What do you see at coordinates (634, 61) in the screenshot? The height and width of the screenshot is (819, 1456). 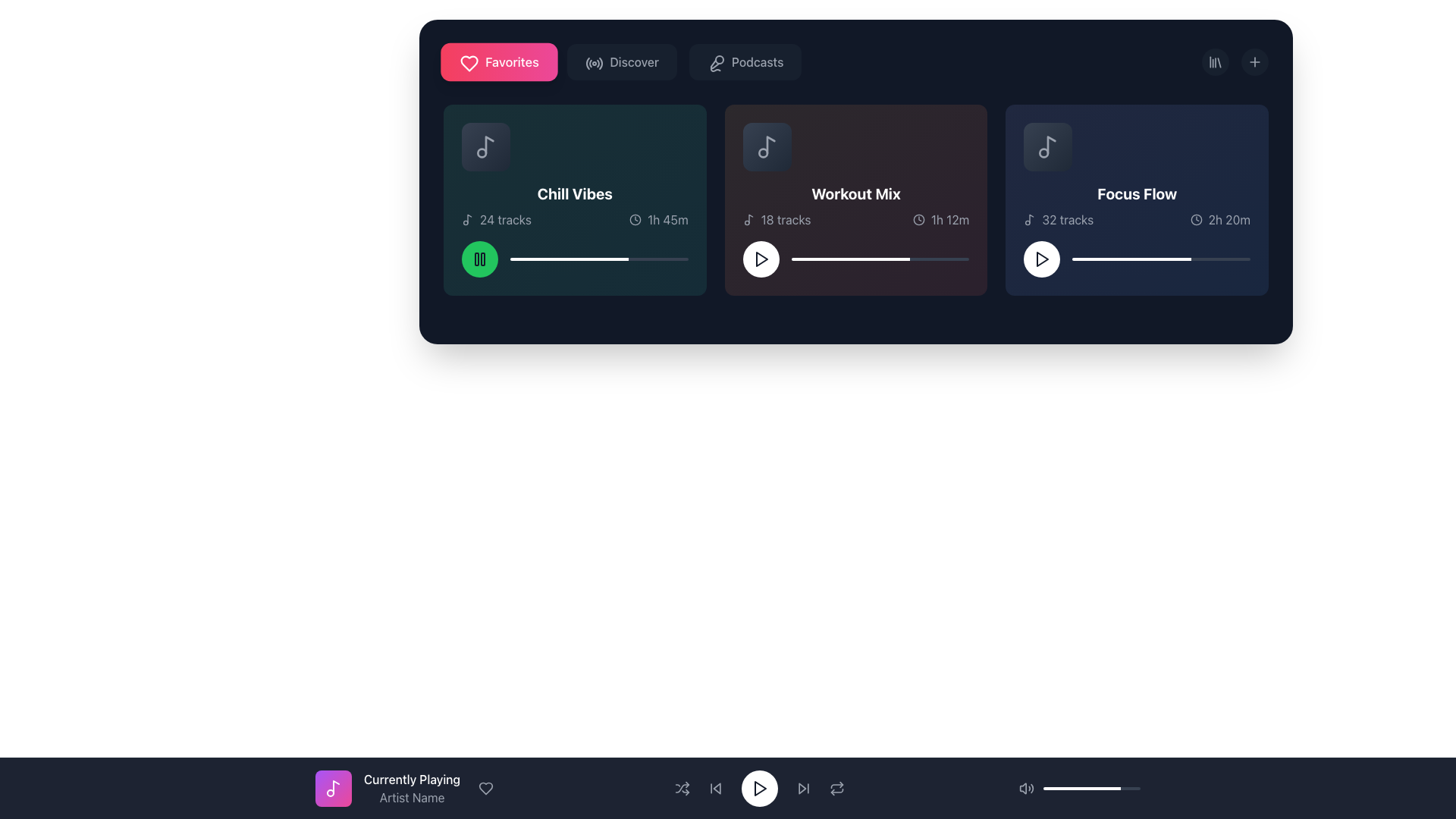 I see `the text label in the navigation bar that indicates a section related to music or playlists, positioned between 'Favorites' and 'Podcasts'` at bounding box center [634, 61].